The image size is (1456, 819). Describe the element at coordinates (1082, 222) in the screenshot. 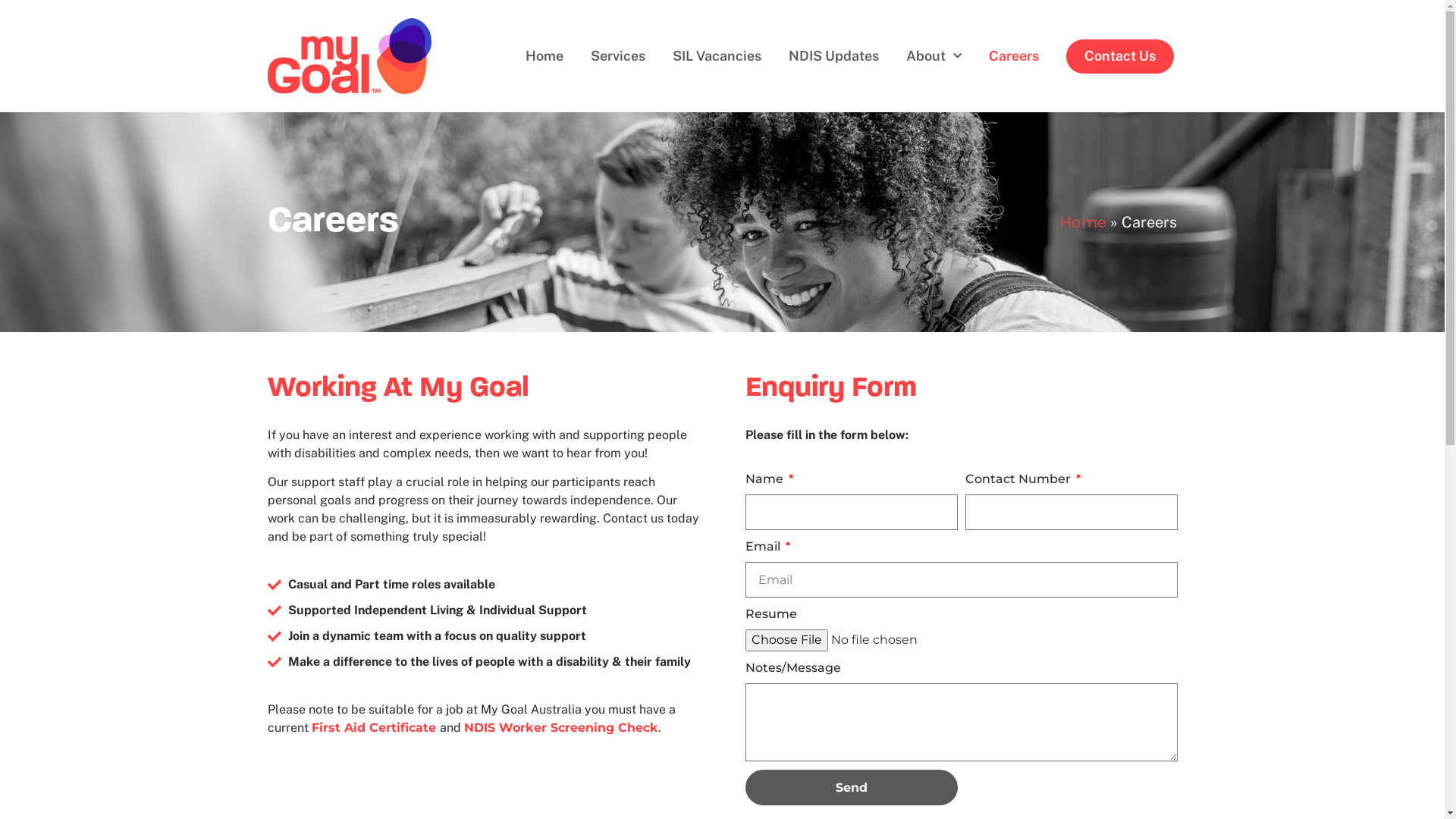

I see `'Home'` at that location.